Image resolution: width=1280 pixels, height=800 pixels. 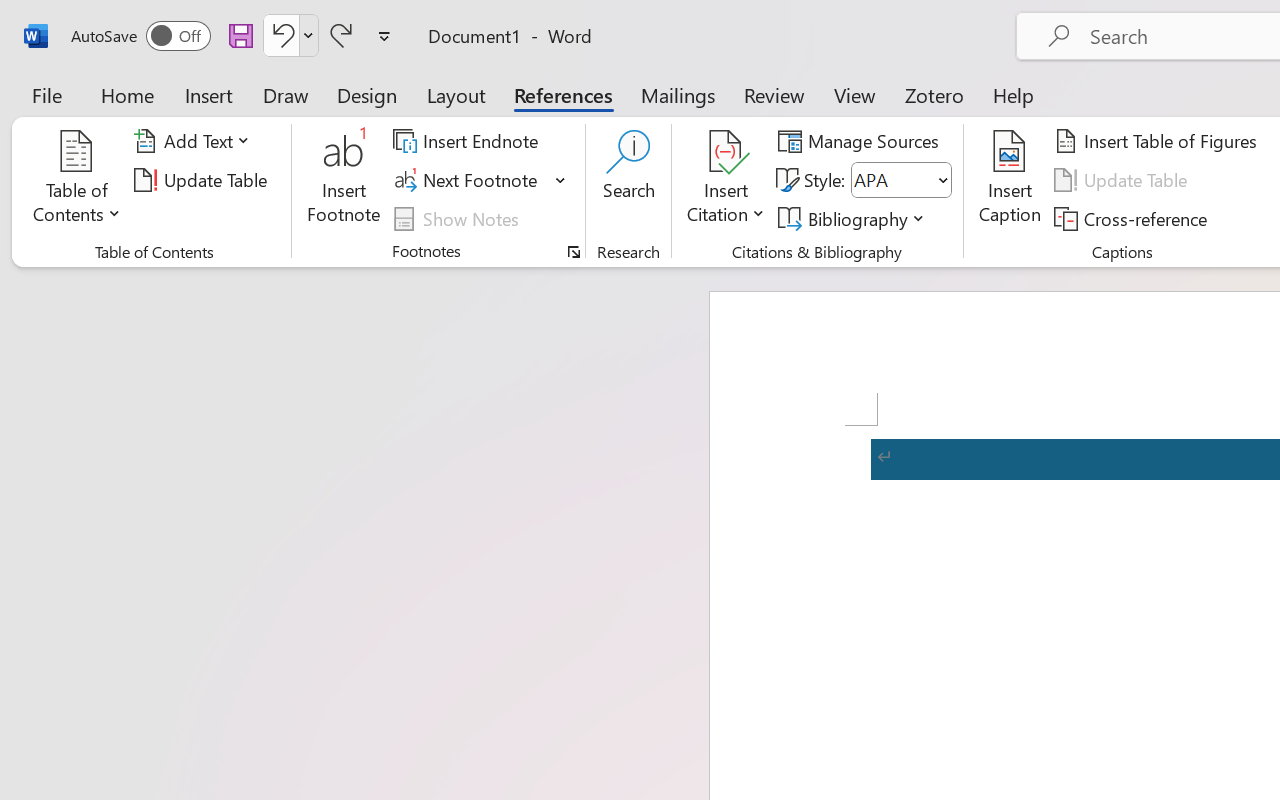 I want to click on 'Next Footnote', so click(x=467, y=179).